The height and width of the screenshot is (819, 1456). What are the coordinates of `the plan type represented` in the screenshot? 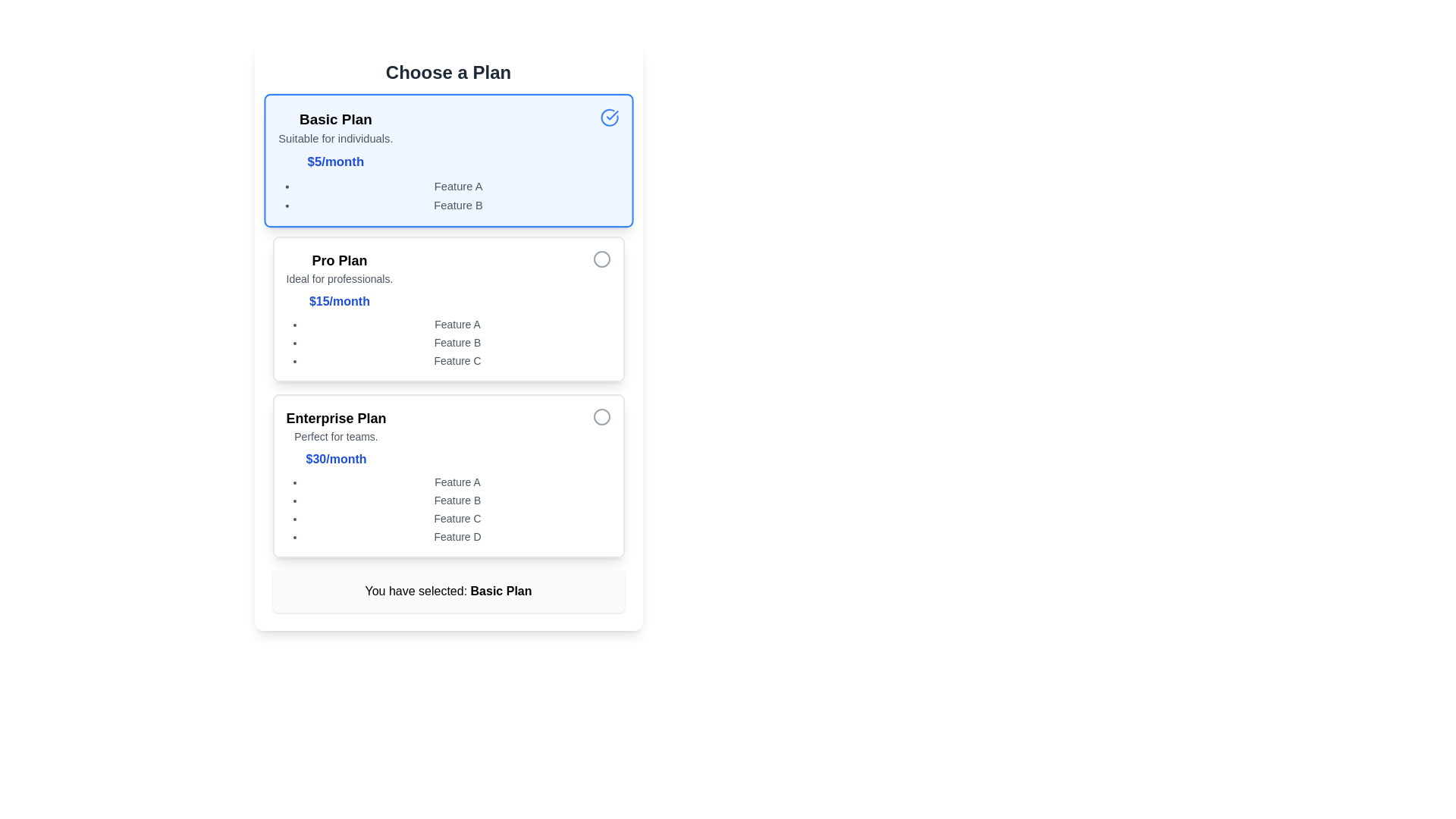 It's located at (335, 418).